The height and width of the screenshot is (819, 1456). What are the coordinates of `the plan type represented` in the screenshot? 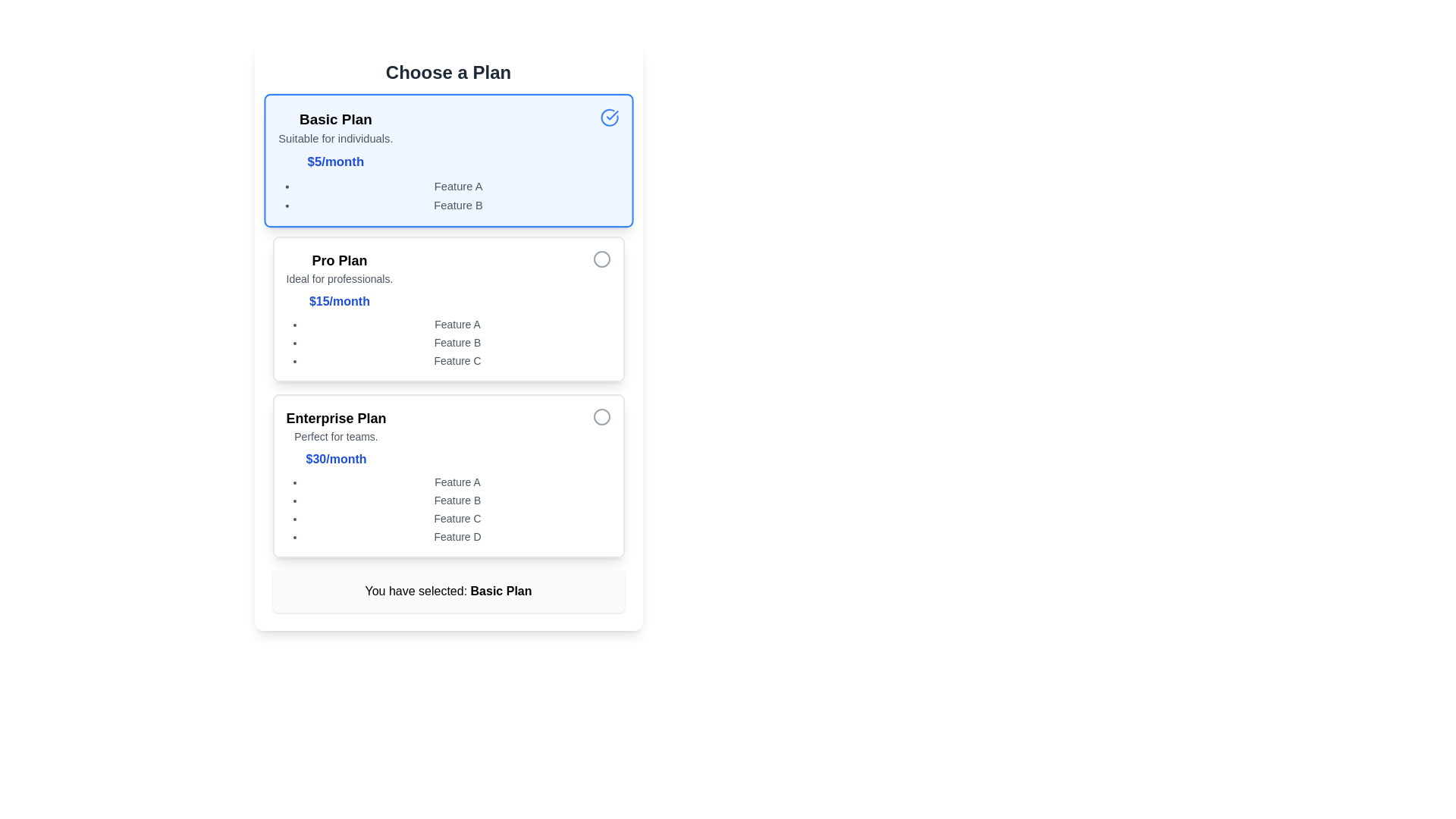 It's located at (335, 418).